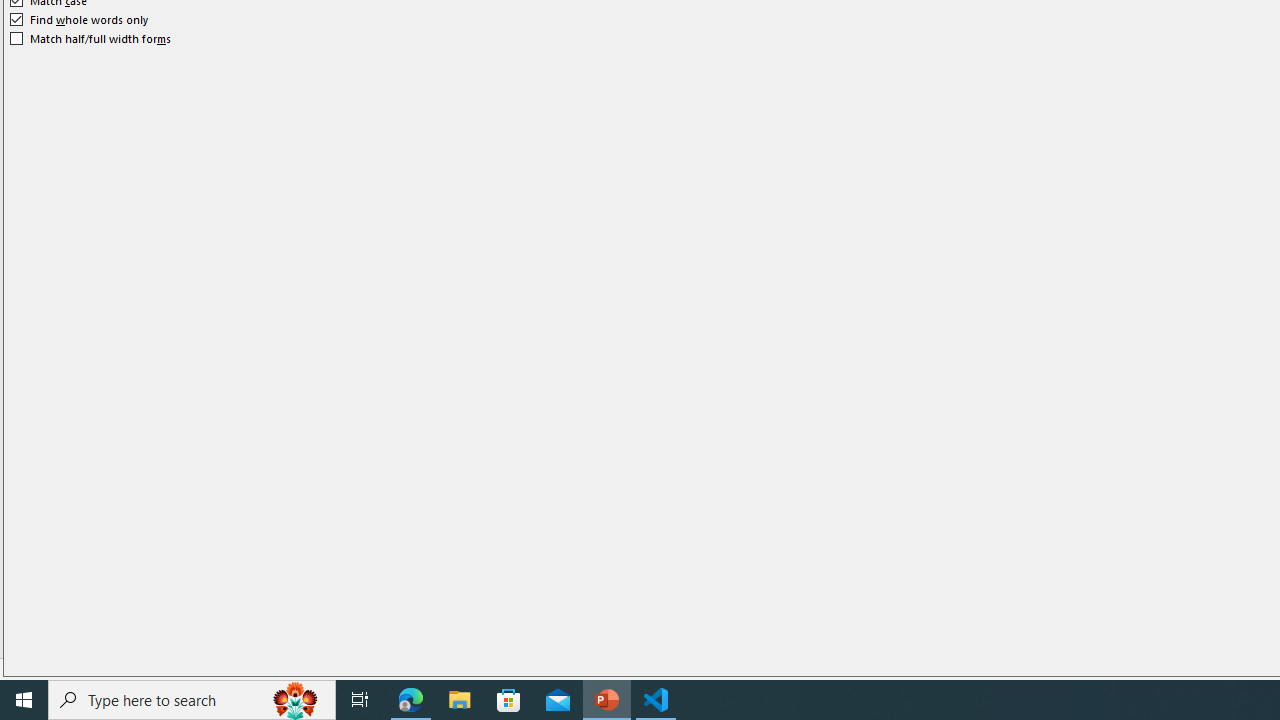 This screenshot has height=720, width=1280. I want to click on 'Match half/full width forms', so click(90, 38).